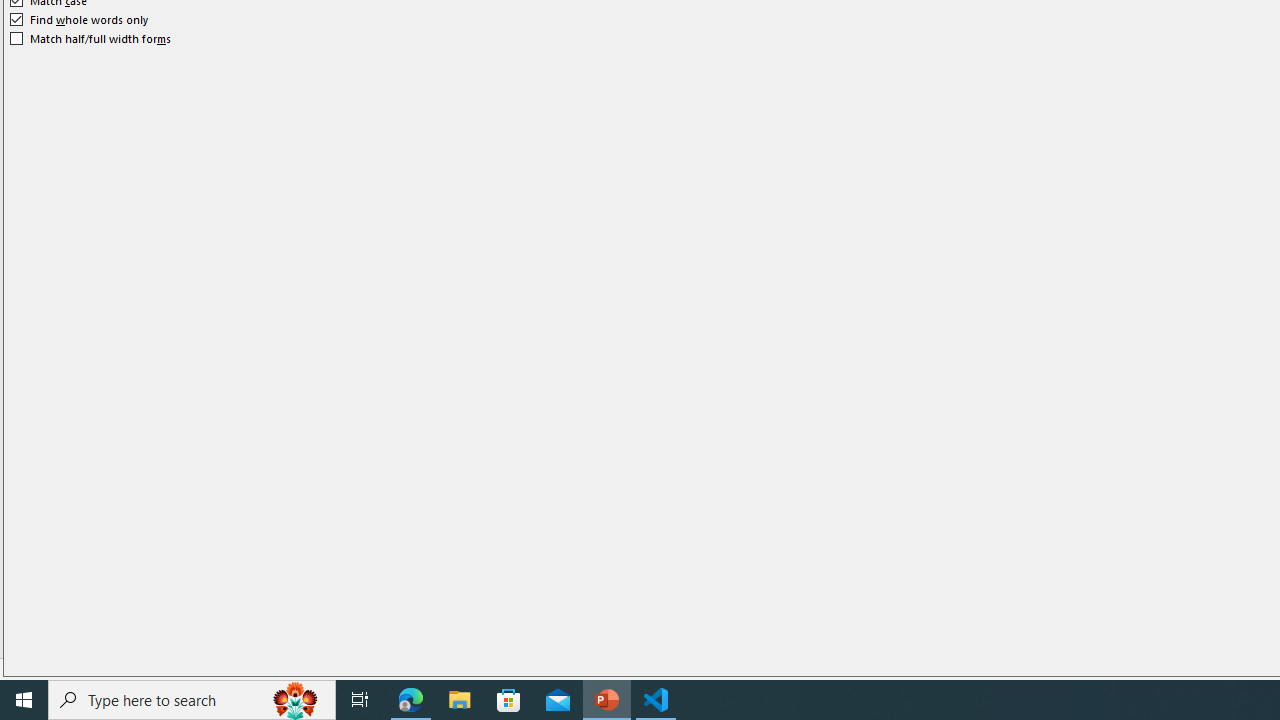 This screenshot has height=720, width=1280. I want to click on 'Match half/full width forms', so click(90, 38).